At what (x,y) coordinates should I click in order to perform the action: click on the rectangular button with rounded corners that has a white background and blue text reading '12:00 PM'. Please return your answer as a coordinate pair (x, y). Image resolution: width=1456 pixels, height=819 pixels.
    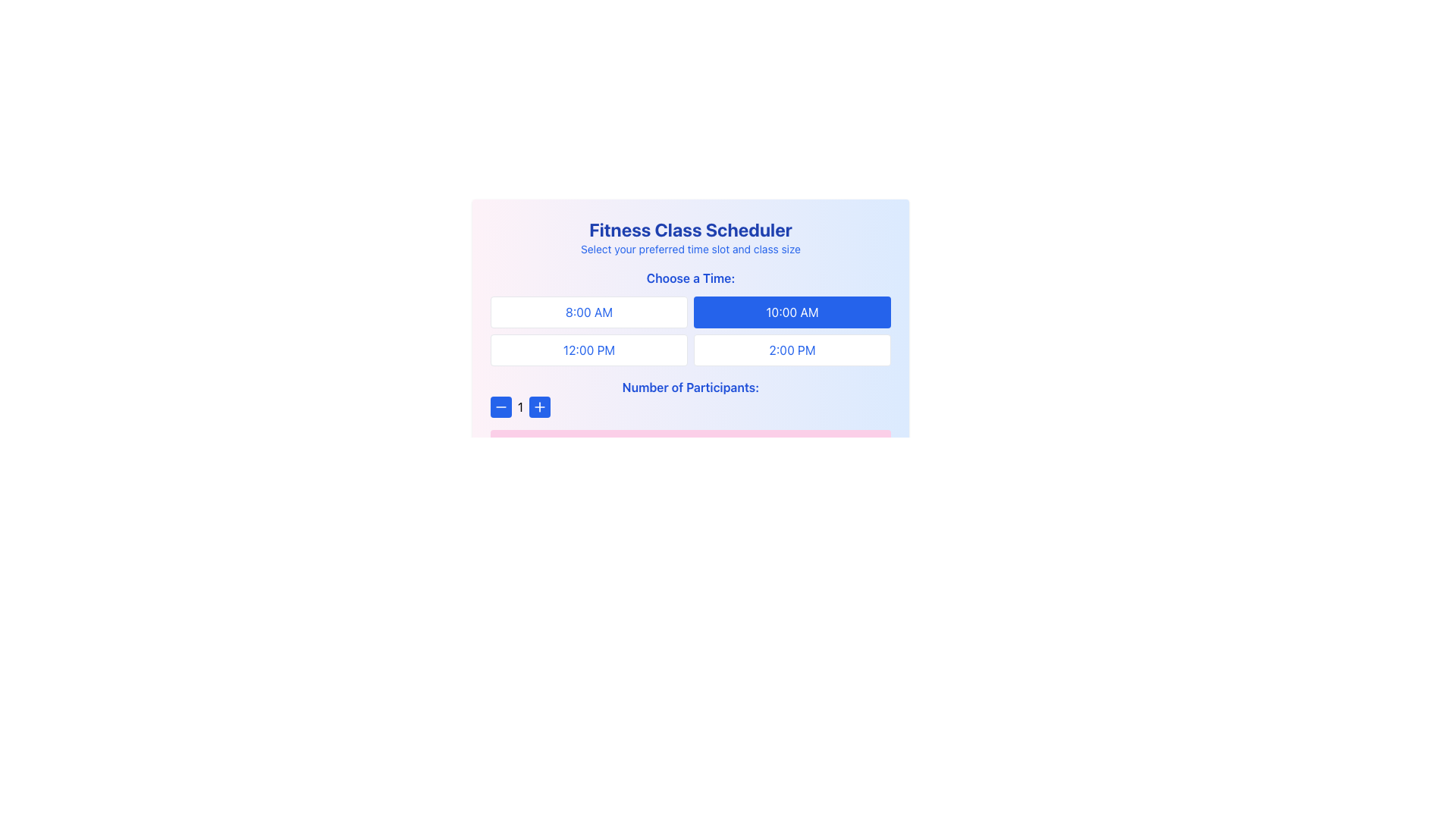
    Looking at the image, I should click on (588, 350).